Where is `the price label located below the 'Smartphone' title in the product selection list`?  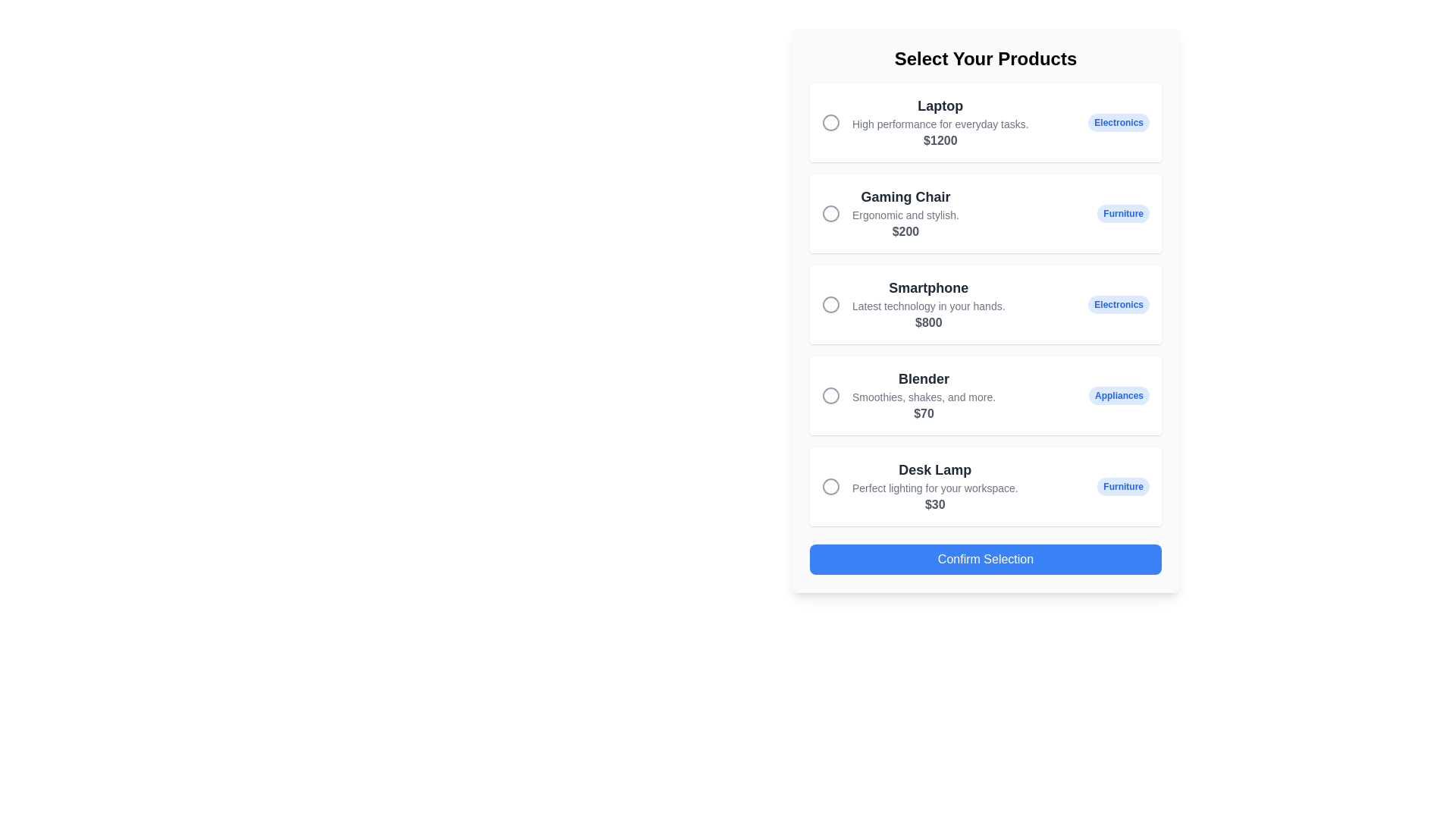 the price label located below the 'Smartphone' title in the product selection list is located at coordinates (927, 322).